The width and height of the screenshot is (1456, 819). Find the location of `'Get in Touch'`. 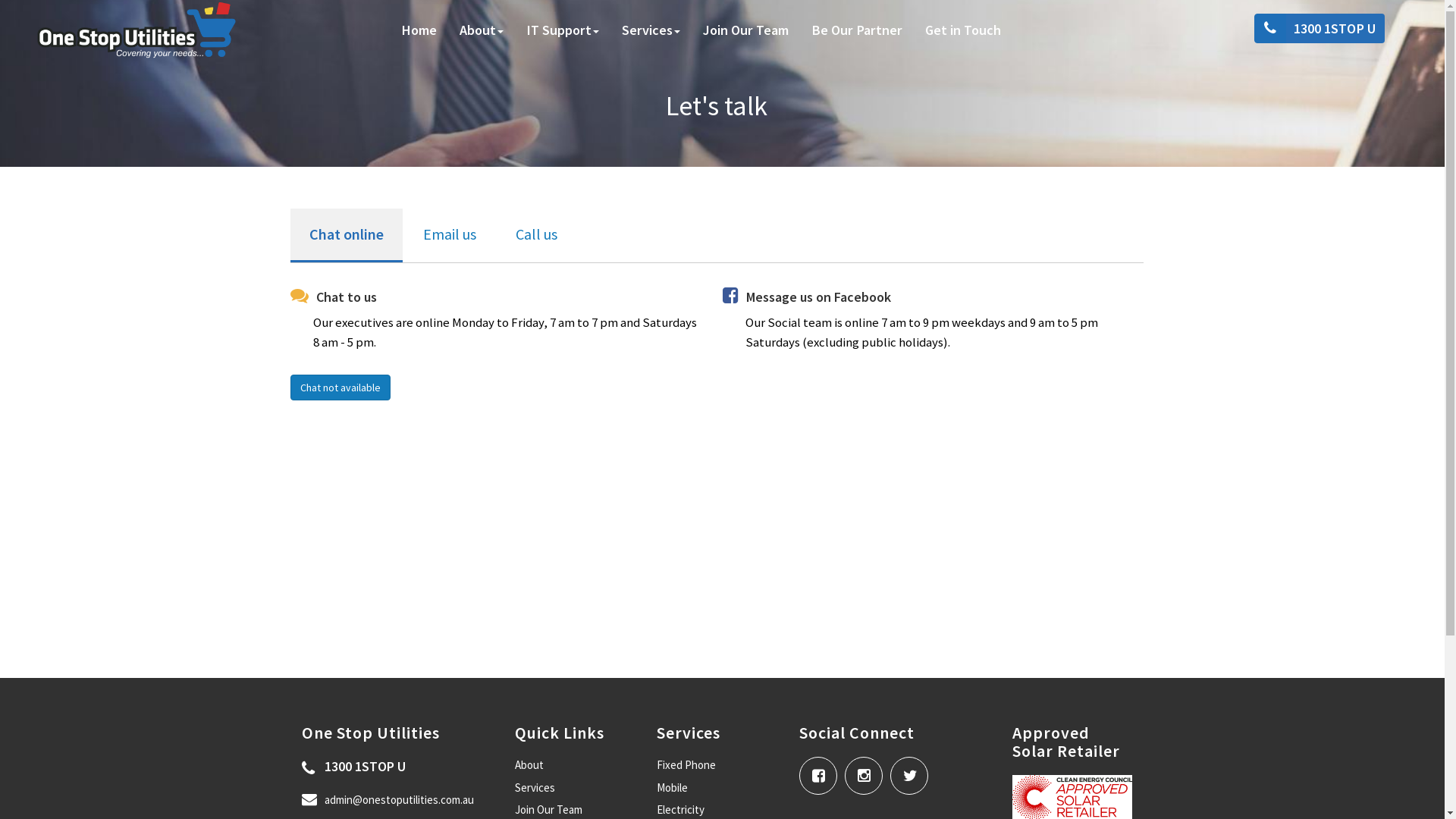

'Get in Touch' is located at coordinates (962, 30).